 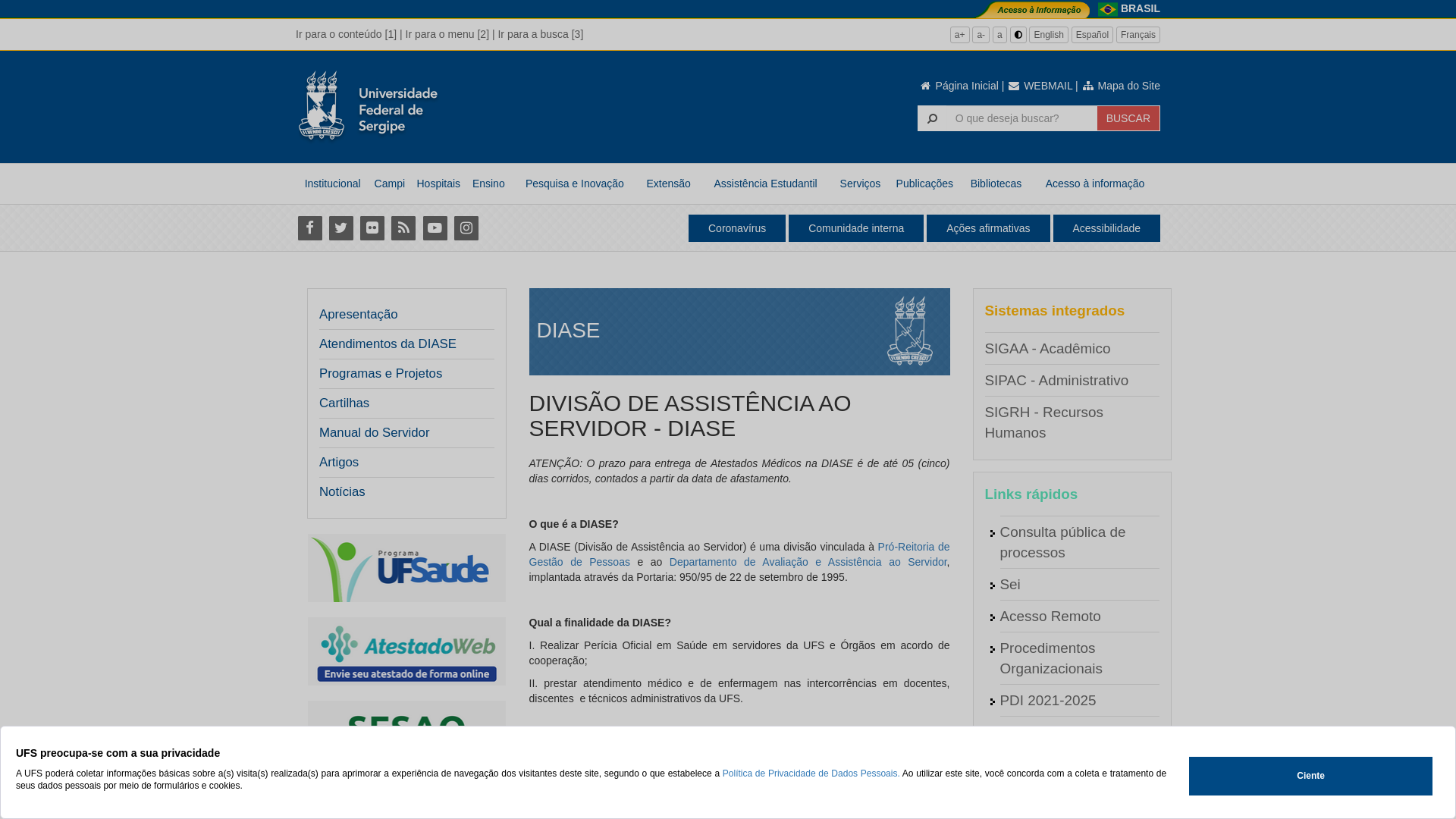 What do you see at coordinates (437, 183) in the screenshot?
I see `'Hospitais'` at bounding box center [437, 183].